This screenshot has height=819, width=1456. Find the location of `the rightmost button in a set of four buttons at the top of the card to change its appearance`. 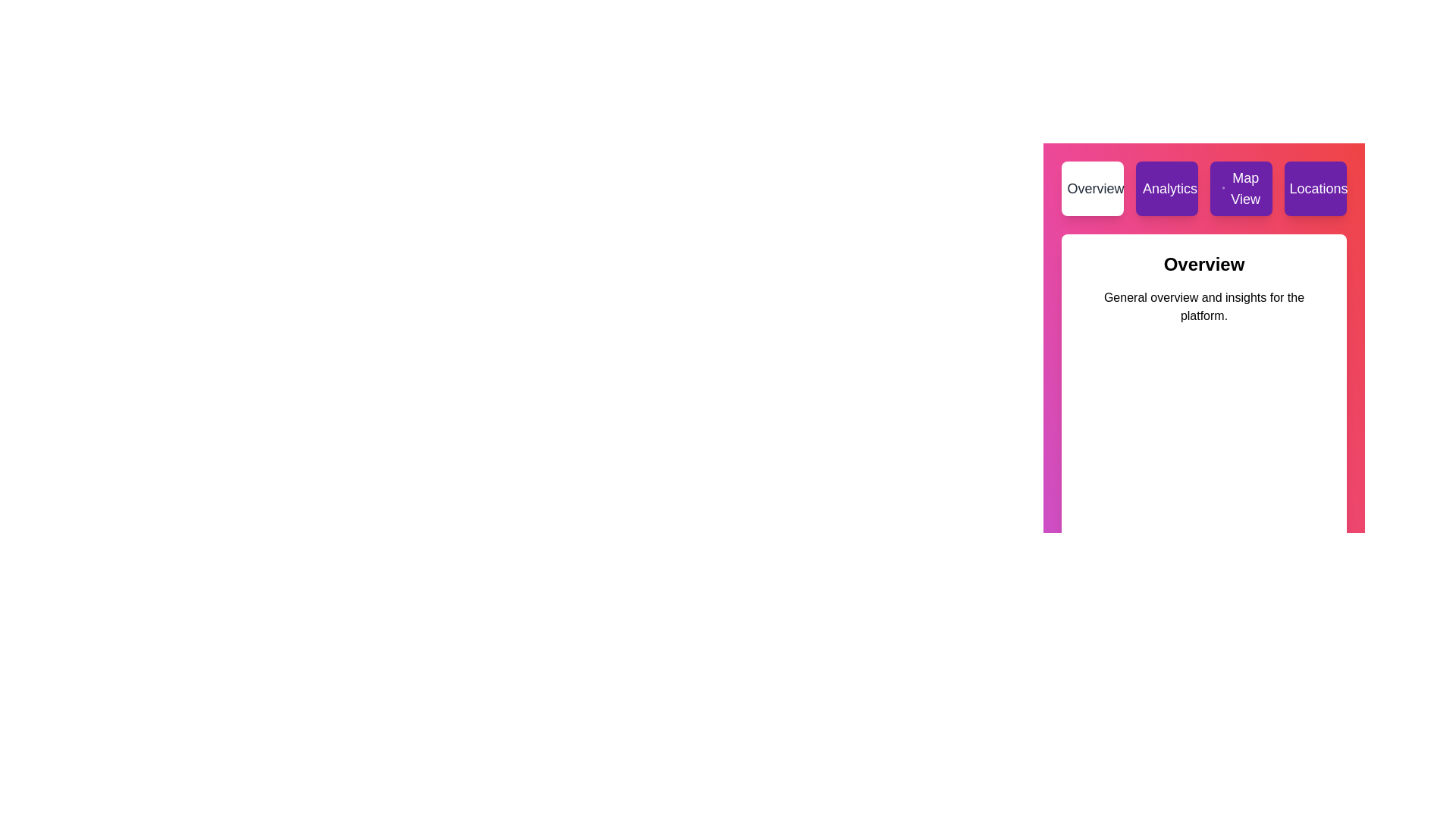

the rightmost button in a set of four buttons at the top of the card to change its appearance is located at coordinates (1314, 188).